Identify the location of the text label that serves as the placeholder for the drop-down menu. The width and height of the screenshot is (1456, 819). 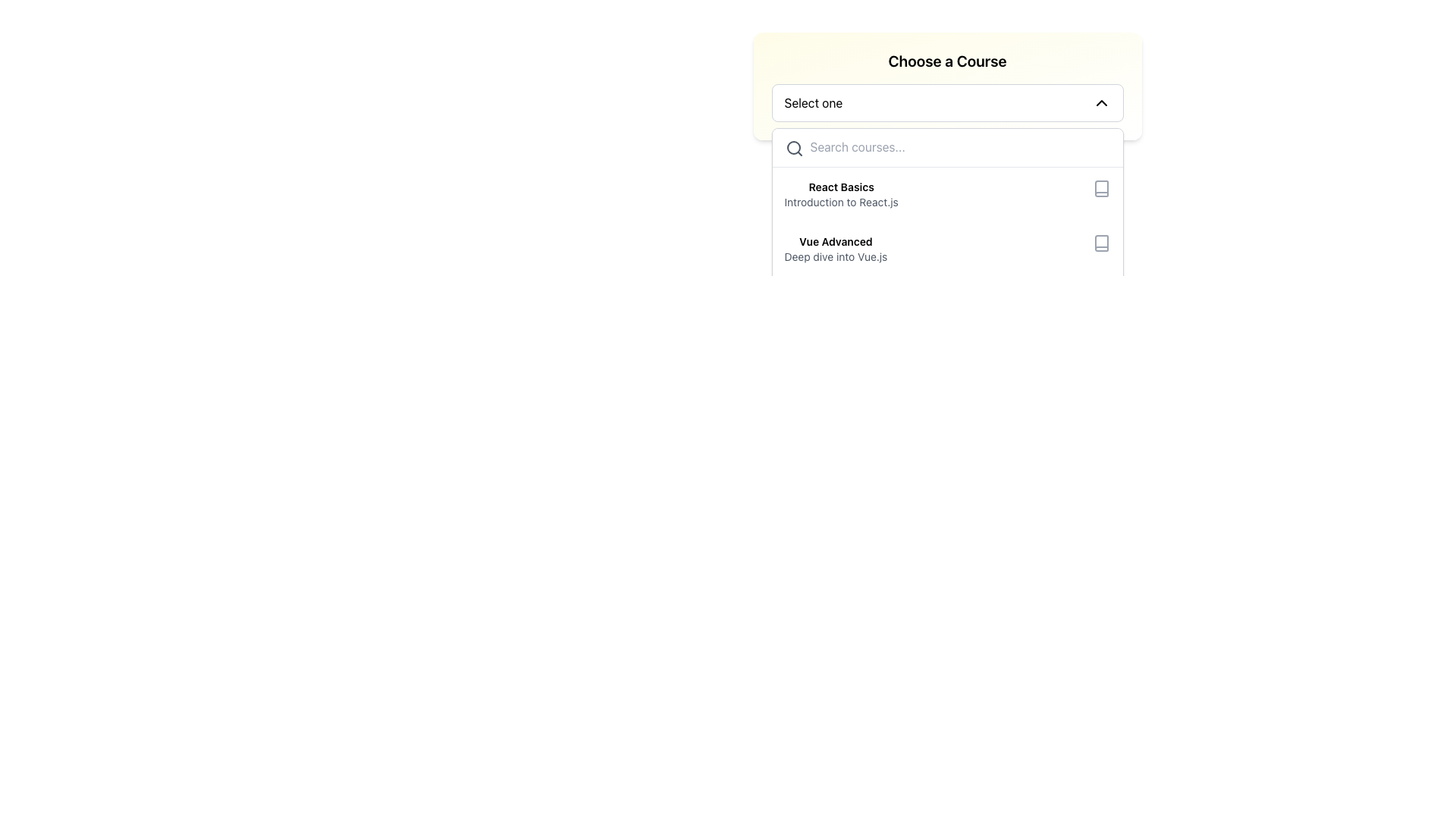
(812, 102).